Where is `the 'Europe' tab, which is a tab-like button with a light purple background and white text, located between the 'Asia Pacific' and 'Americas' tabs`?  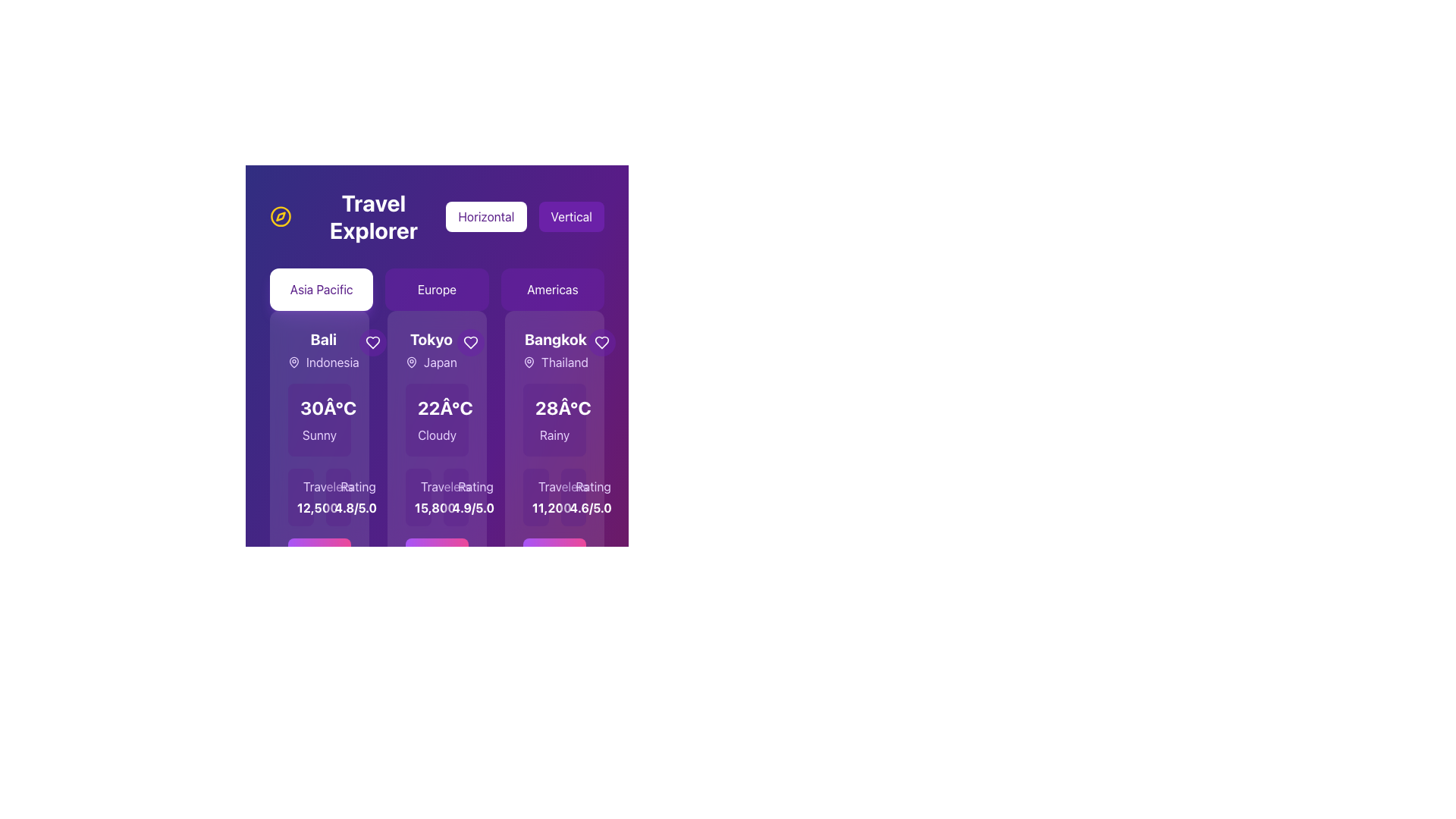
the 'Europe' tab, which is a tab-like button with a light purple background and white text, located between the 'Asia Pacific' and 'Americas' tabs is located at coordinates (436, 289).